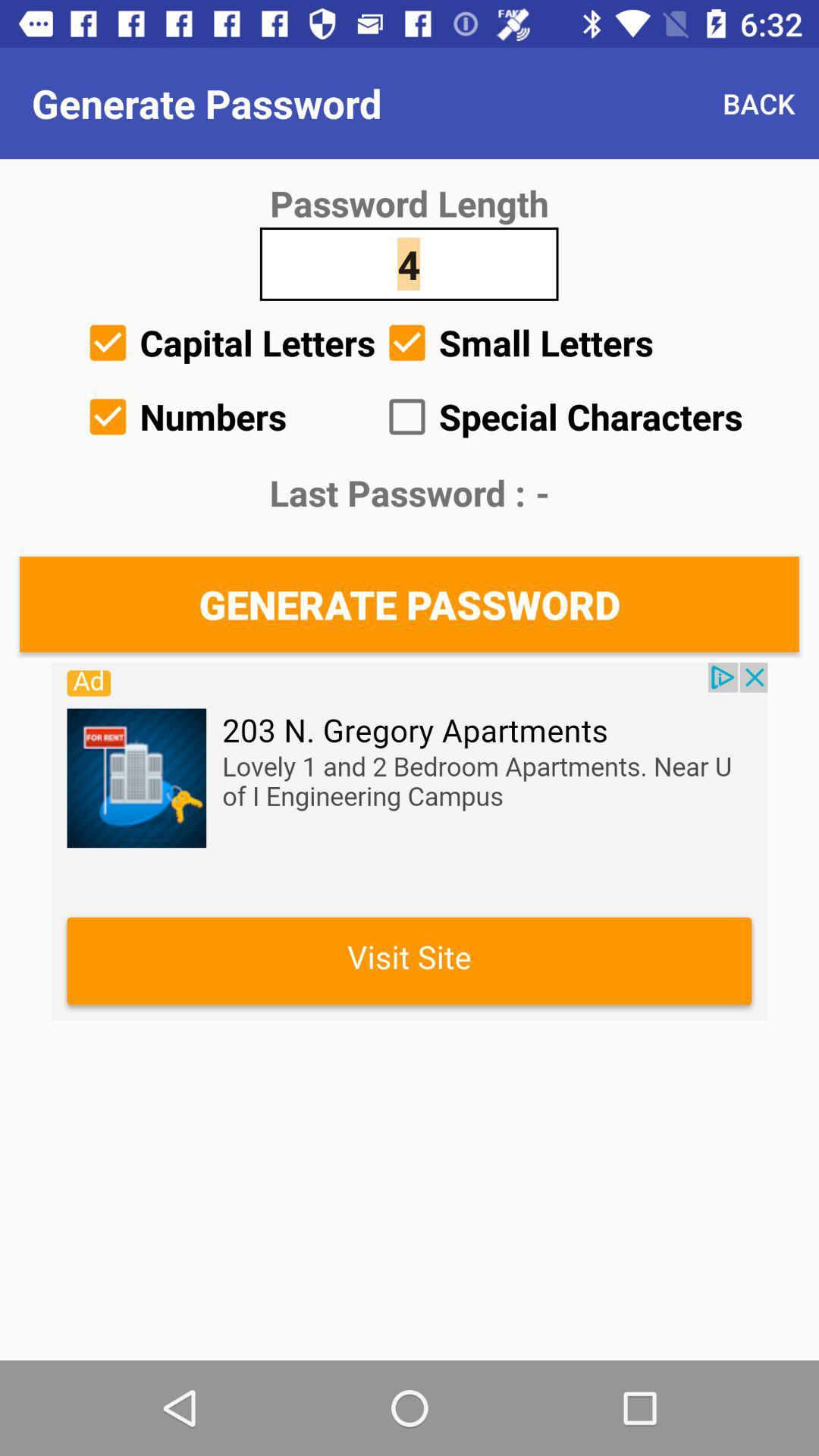 The width and height of the screenshot is (819, 1456). What do you see at coordinates (409, 840) in the screenshot?
I see `advertisement` at bounding box center [409, 840].